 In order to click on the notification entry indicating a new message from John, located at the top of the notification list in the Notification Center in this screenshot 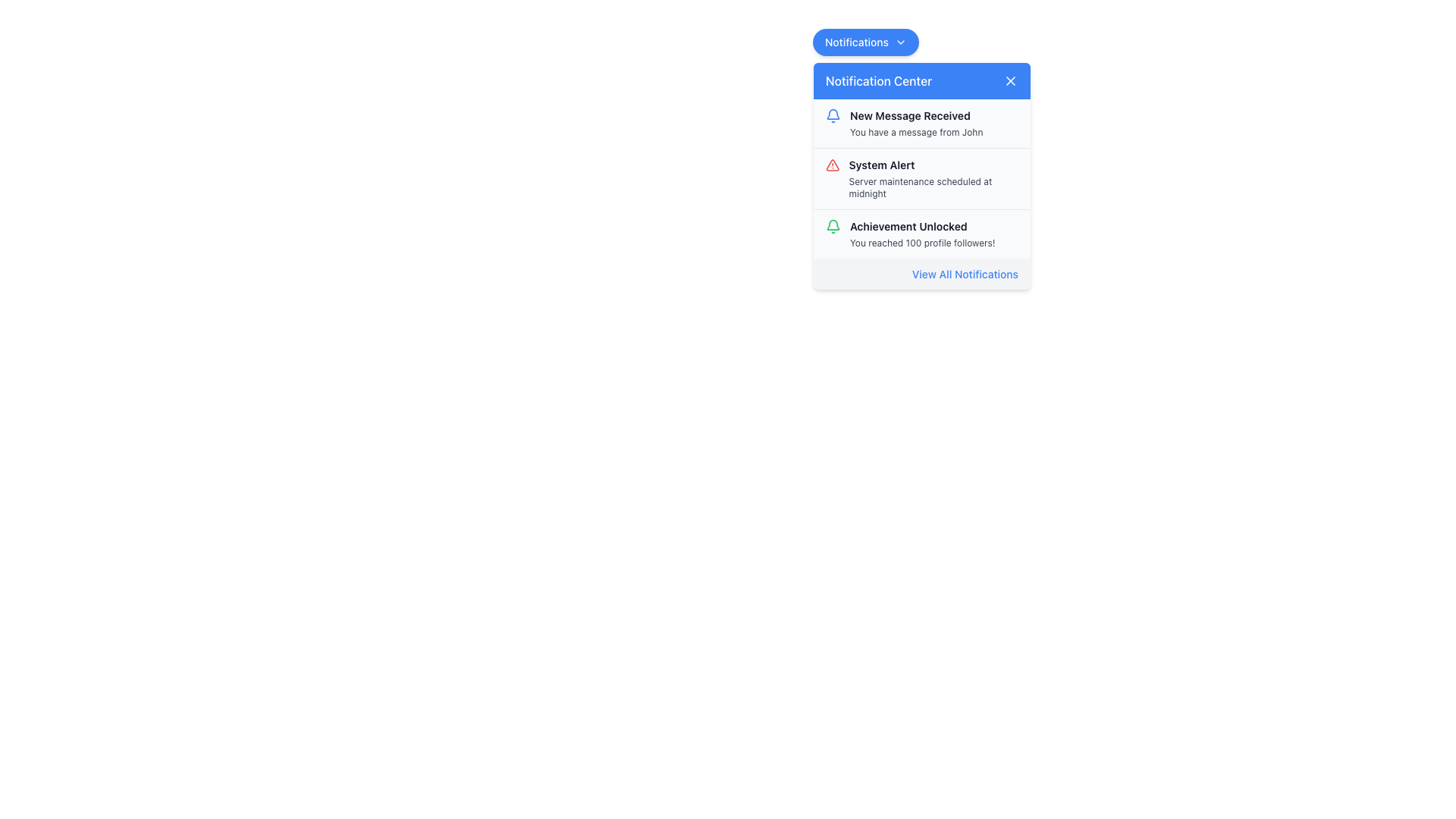, I will do `click(921, 122)`.